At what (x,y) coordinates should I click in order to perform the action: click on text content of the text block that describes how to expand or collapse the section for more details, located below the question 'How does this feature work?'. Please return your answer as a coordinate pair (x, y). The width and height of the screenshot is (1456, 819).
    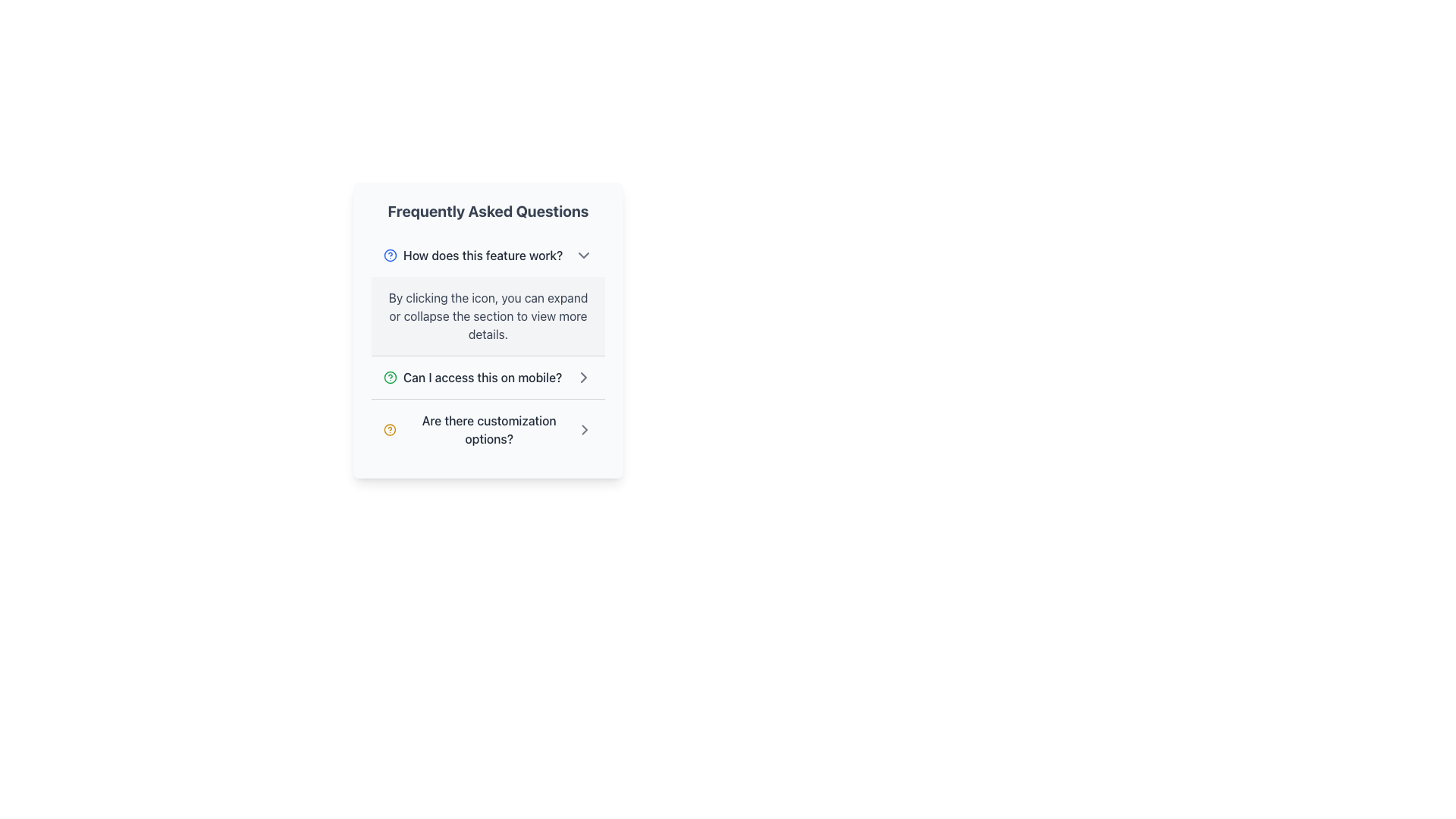
    Looking at the image, I should click on (488, 315).